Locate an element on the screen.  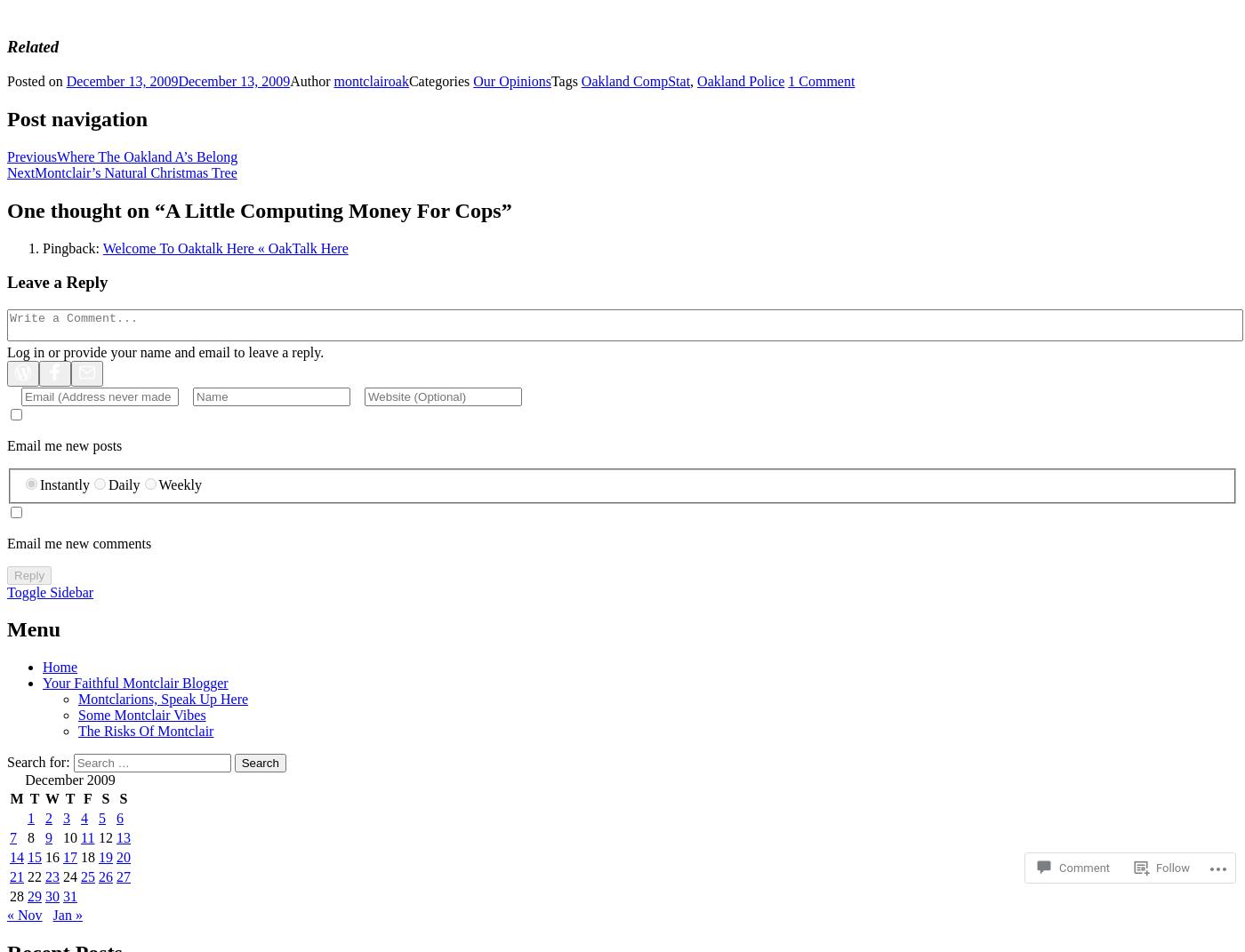
'Posted on' is located at coordinates (35, 80).